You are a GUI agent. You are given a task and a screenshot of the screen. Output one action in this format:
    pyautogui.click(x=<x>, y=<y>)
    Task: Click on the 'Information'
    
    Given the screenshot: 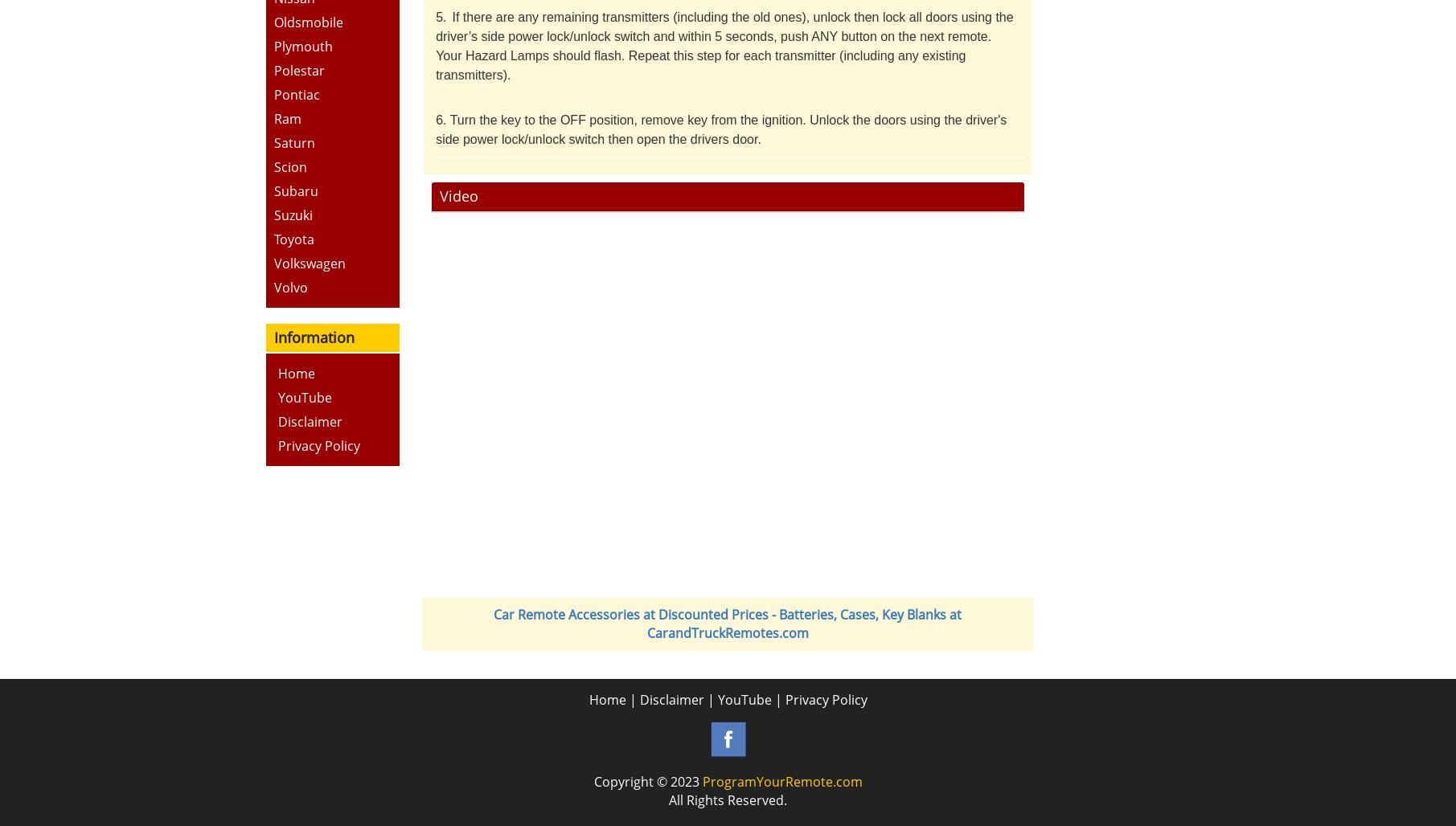 What is the action you would take?
    pyautogui.click(x=313, y=337)
    